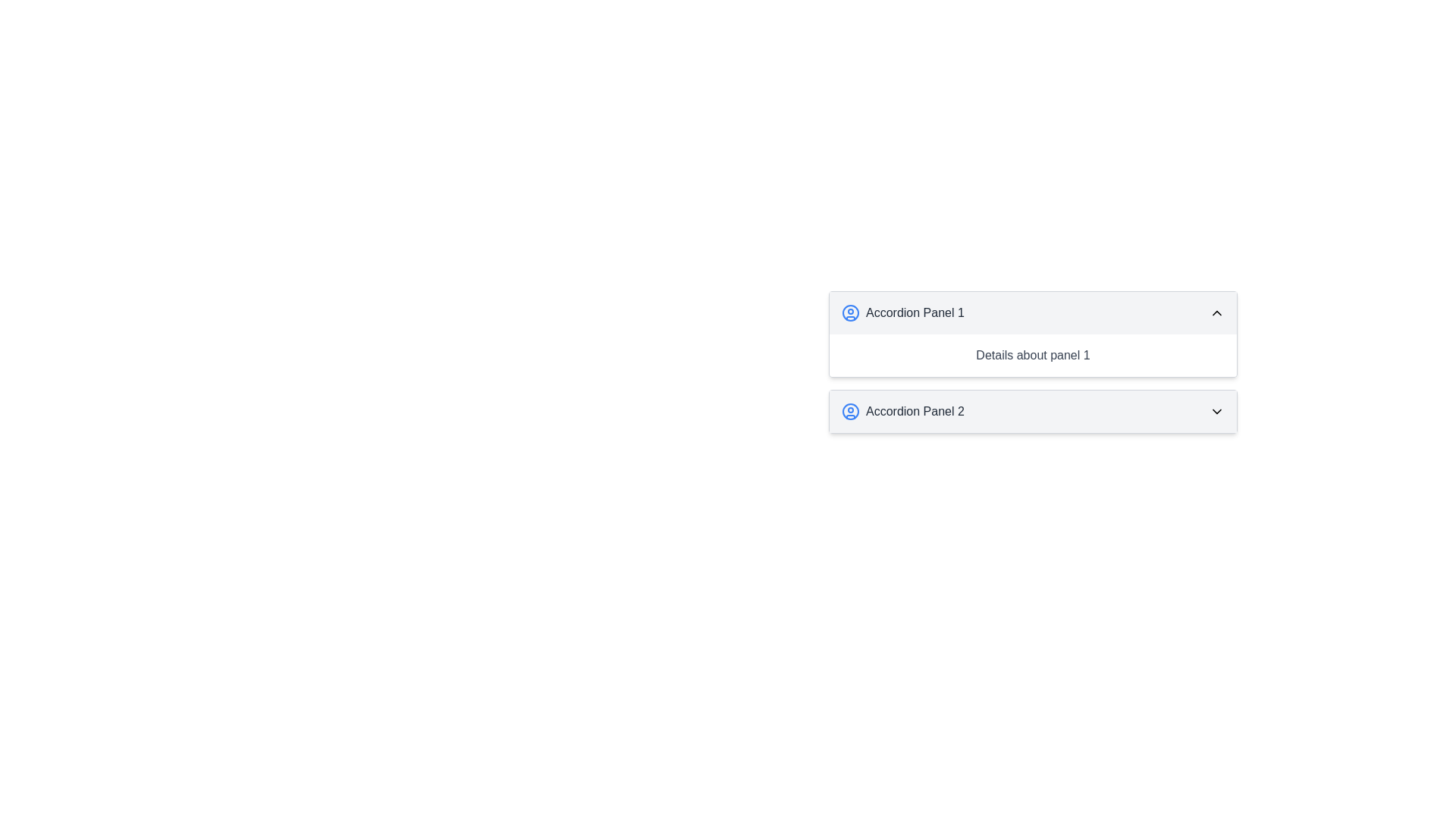 This screenshot has height=819, width=1456. Describe the element at coordinates (851, 412) in the screenshot. I see `the circular icon with a blue outline that represents a user's profile, located to the left of the text 'Accordion Panel 2' in the second panel of the accordion-style interface` at that location.